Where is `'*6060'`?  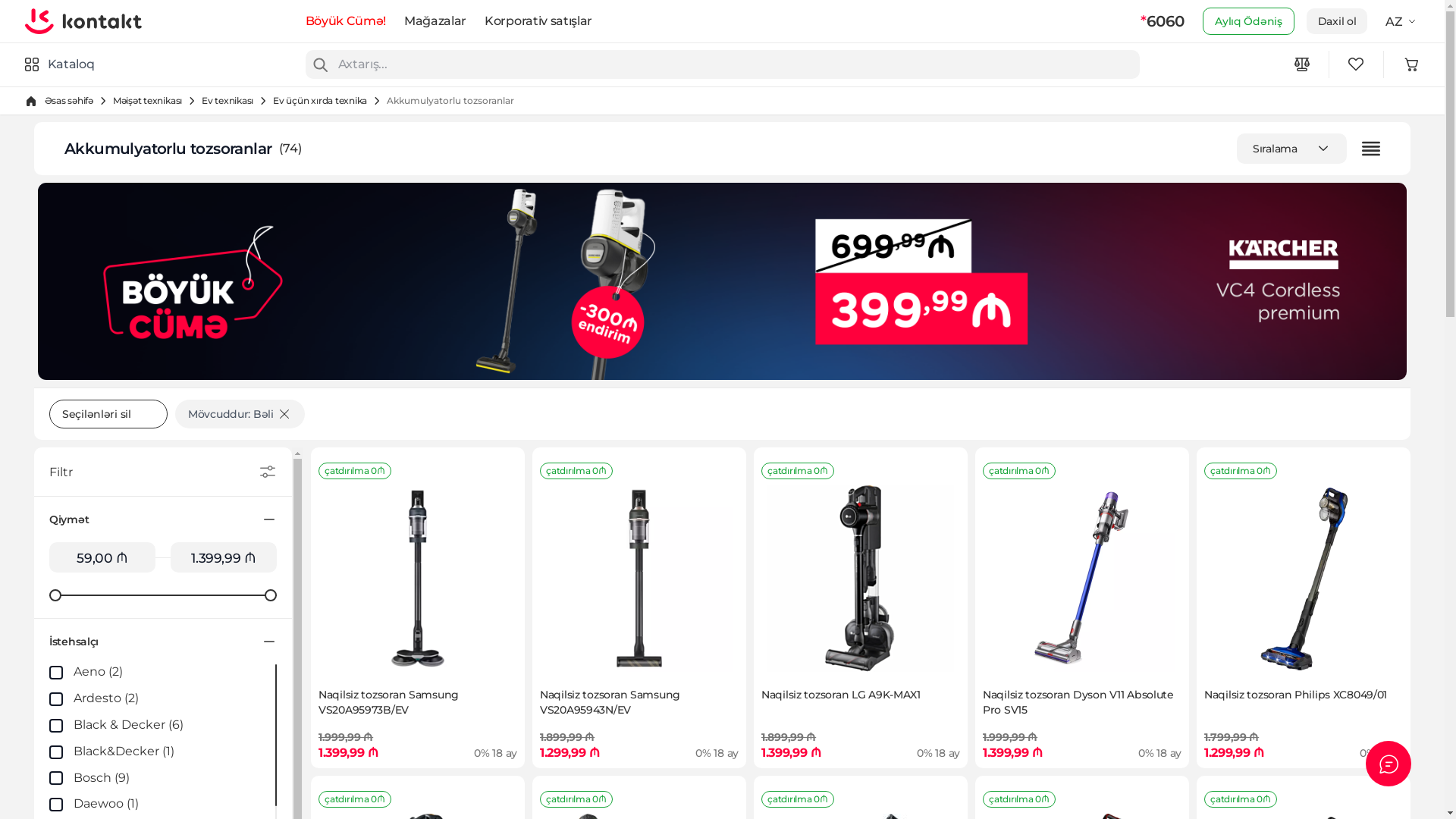
'*6060' is located at coordinates (1140, 20).